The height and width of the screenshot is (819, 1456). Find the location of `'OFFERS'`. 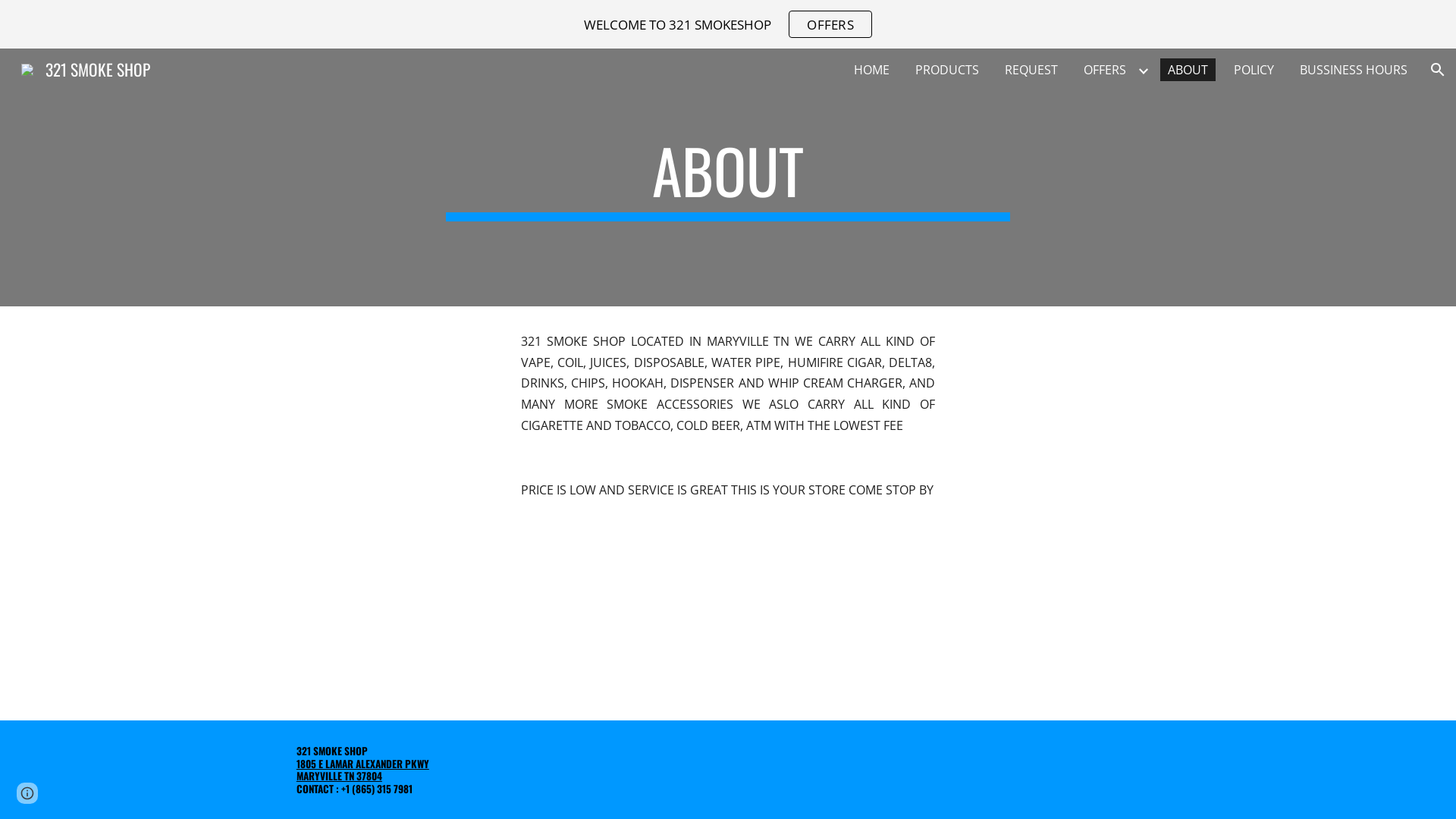

'OFFERS' is located at coordinates (789, 24).